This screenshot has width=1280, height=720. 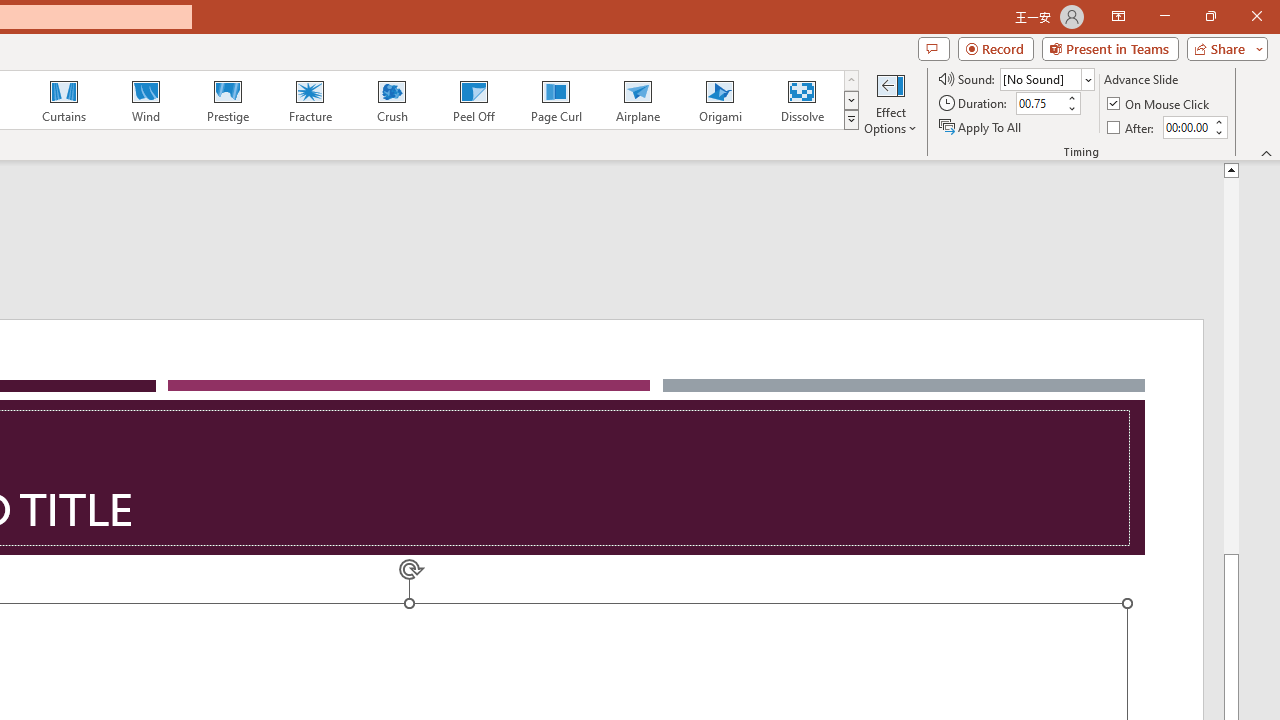 I want to click on 'Duration', so click(x=1040, y=103).